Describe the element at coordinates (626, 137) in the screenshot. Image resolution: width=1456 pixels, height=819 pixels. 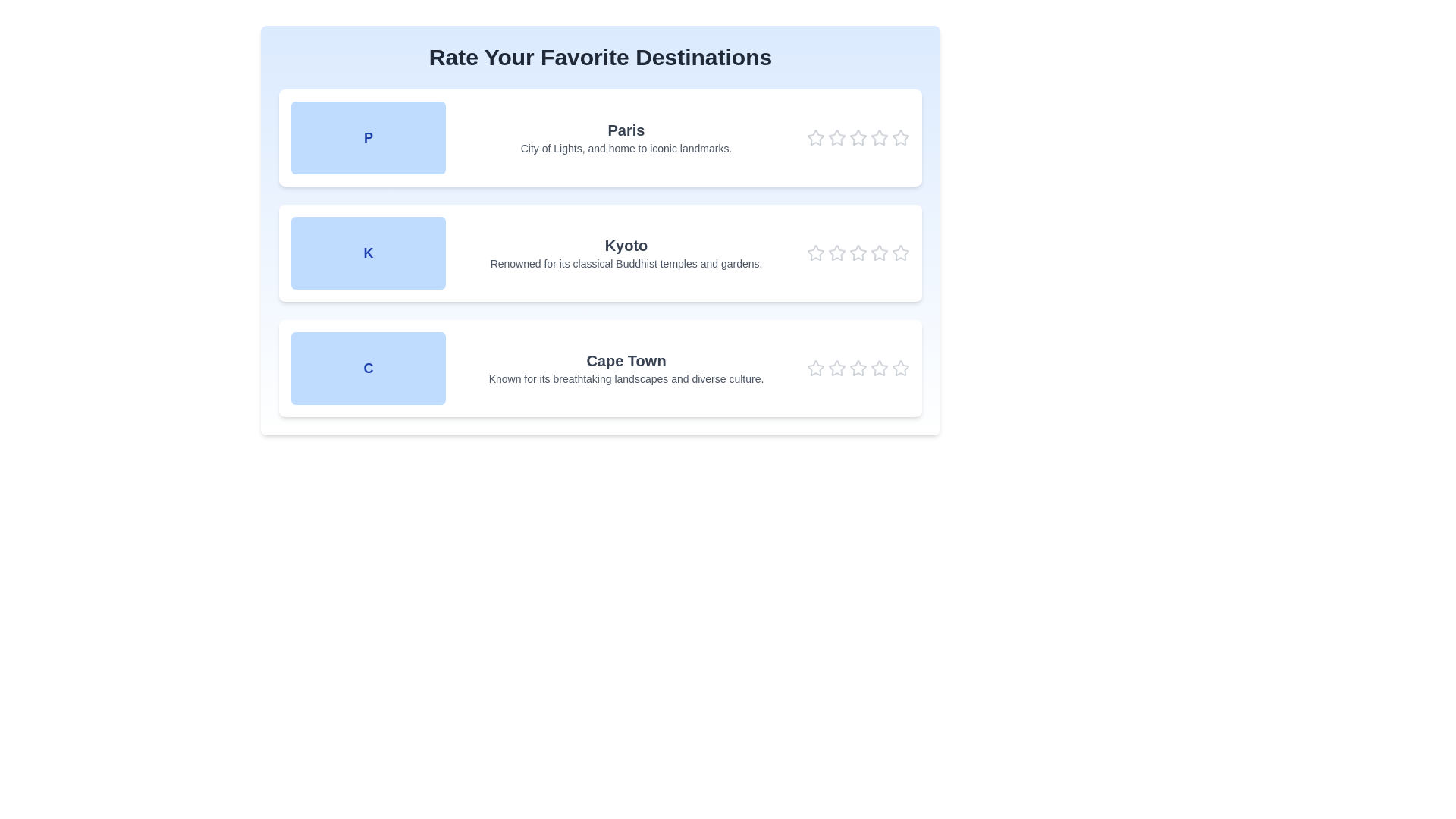
I see `the title and description label for Paris, which is located in the first row of a card-based interface above a blue box with the letter 'P' and before a row of stars for rating` at that location.